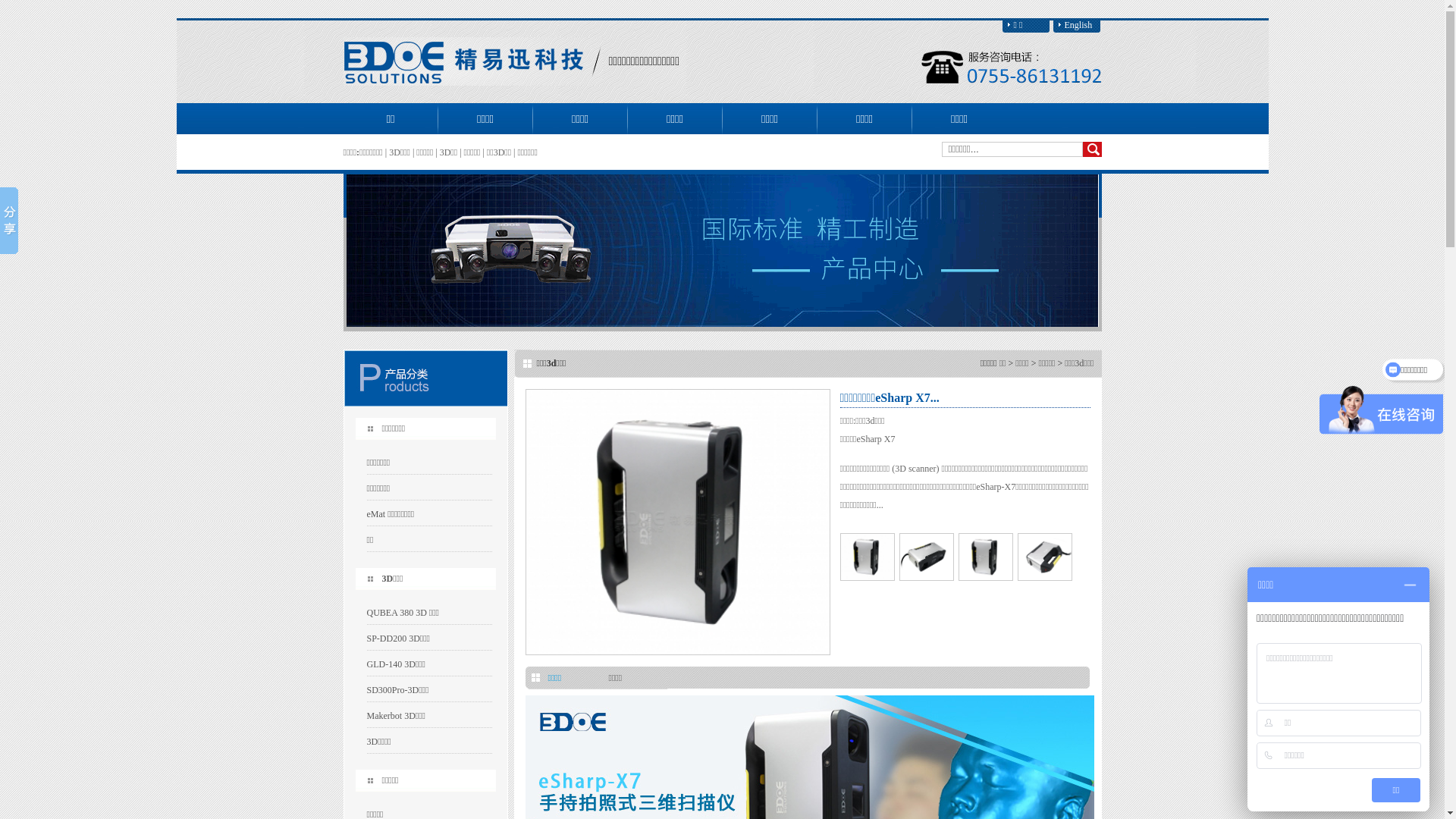 This screenshot has width=1456, height=819. Describe the element at coordinates (1075, 25) in the screenshot. I see `'English'` at that location.